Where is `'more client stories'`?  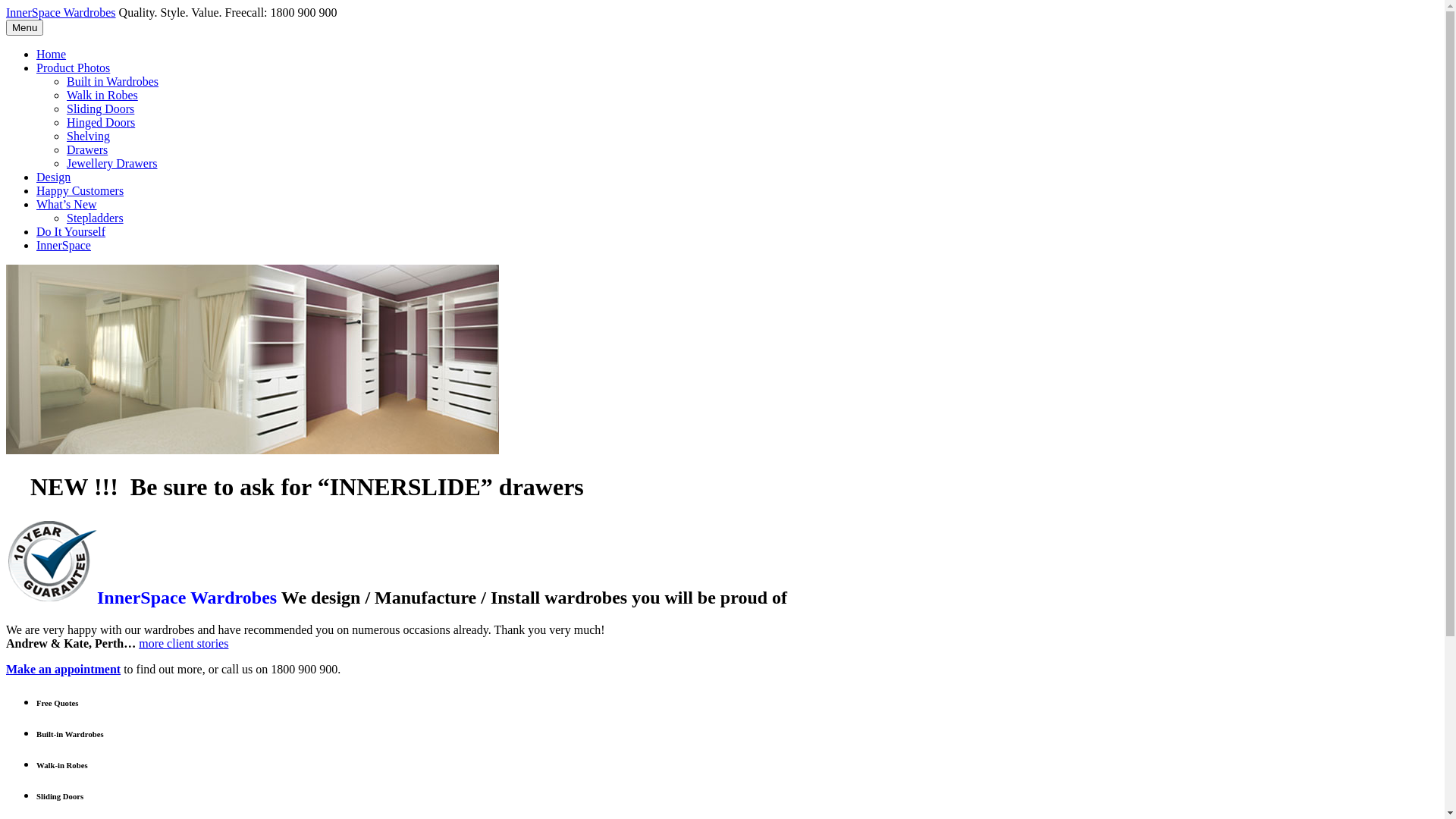 'more client stories' is located at coordinates (138, 643).